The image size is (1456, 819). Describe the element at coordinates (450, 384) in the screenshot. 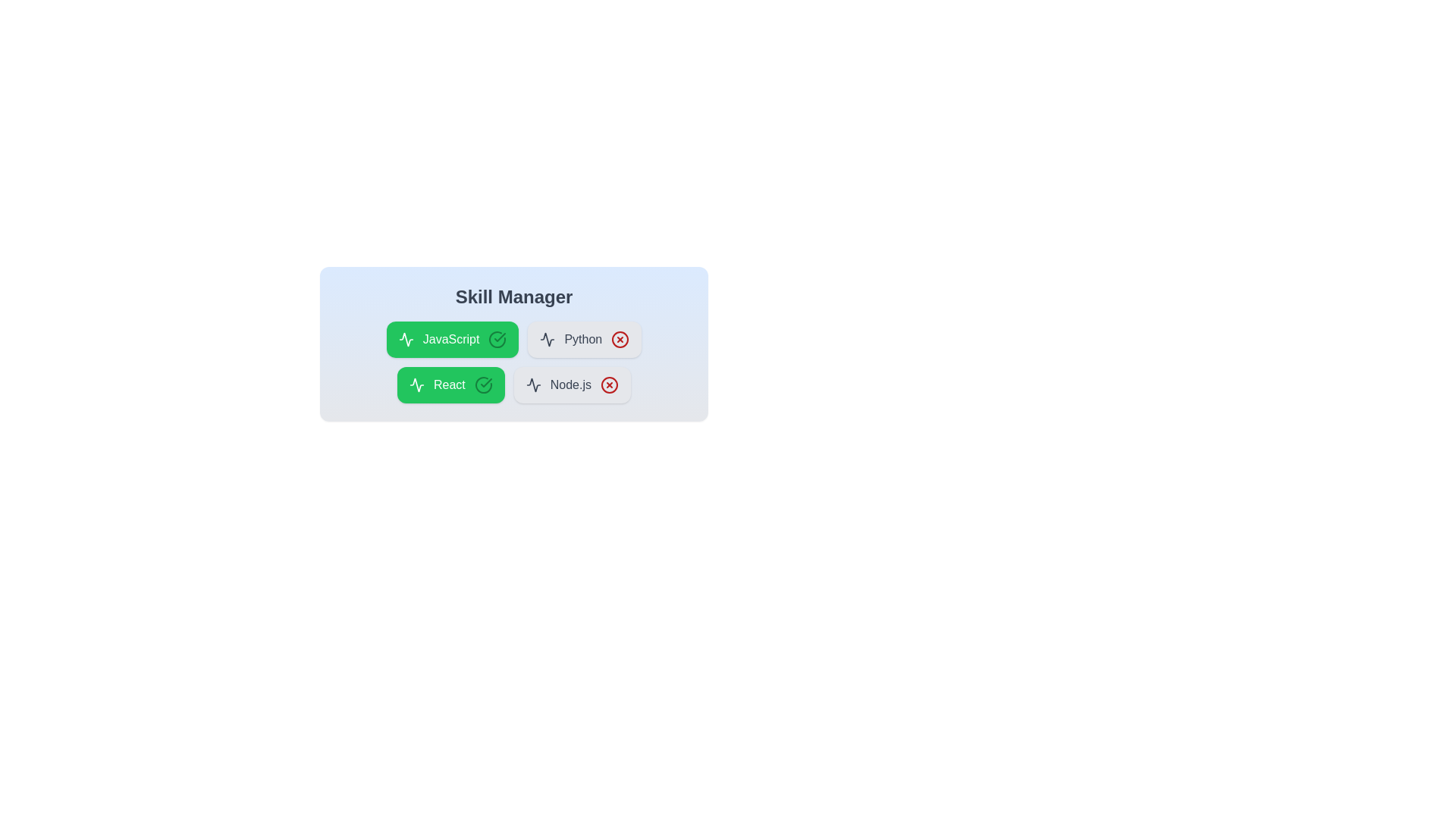

I see `the skill chip labeled 'React' to toggle its activation status` at that location.